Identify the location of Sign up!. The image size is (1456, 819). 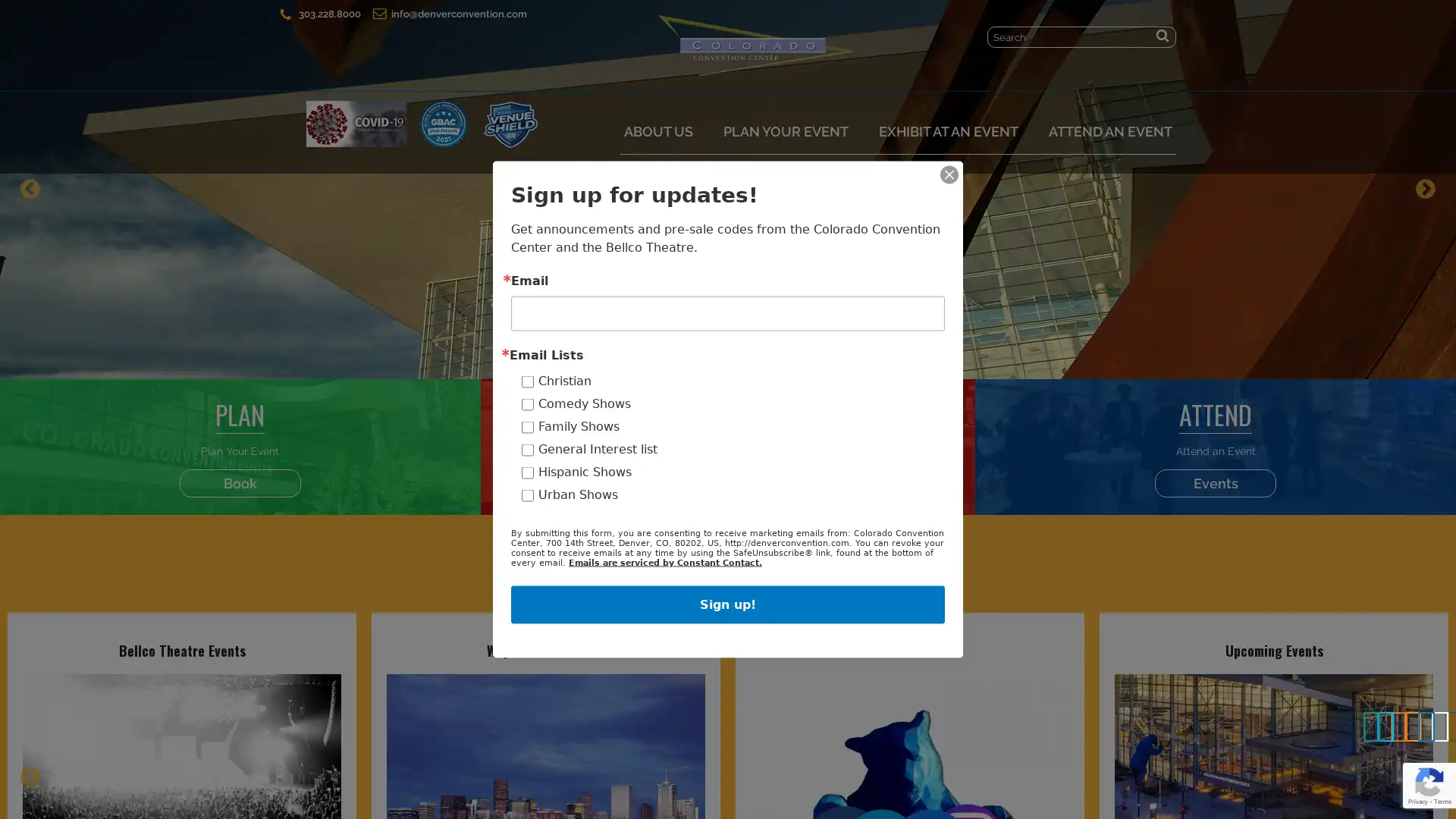
(728, 604).